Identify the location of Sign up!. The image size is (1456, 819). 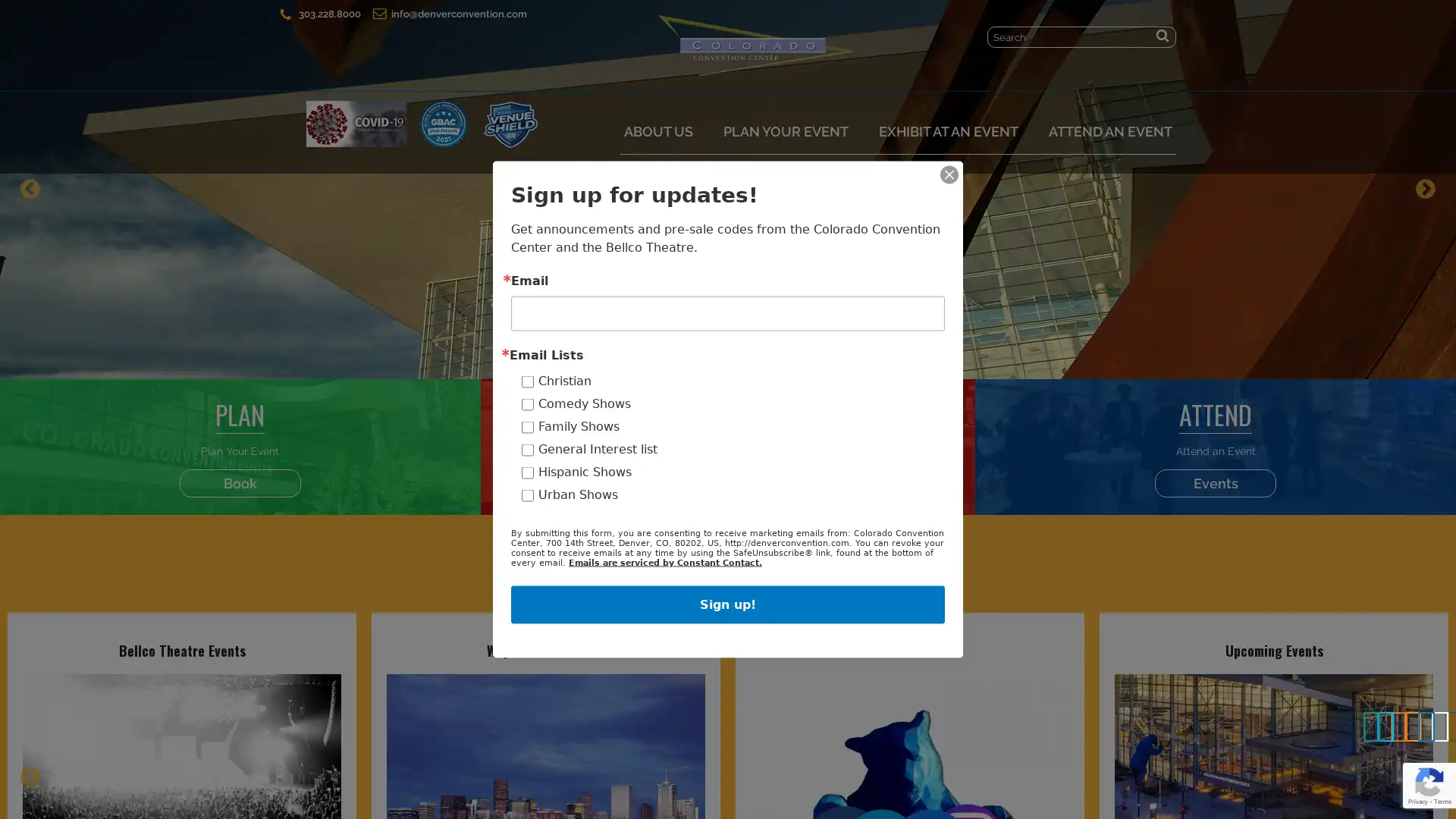
(728, 604).